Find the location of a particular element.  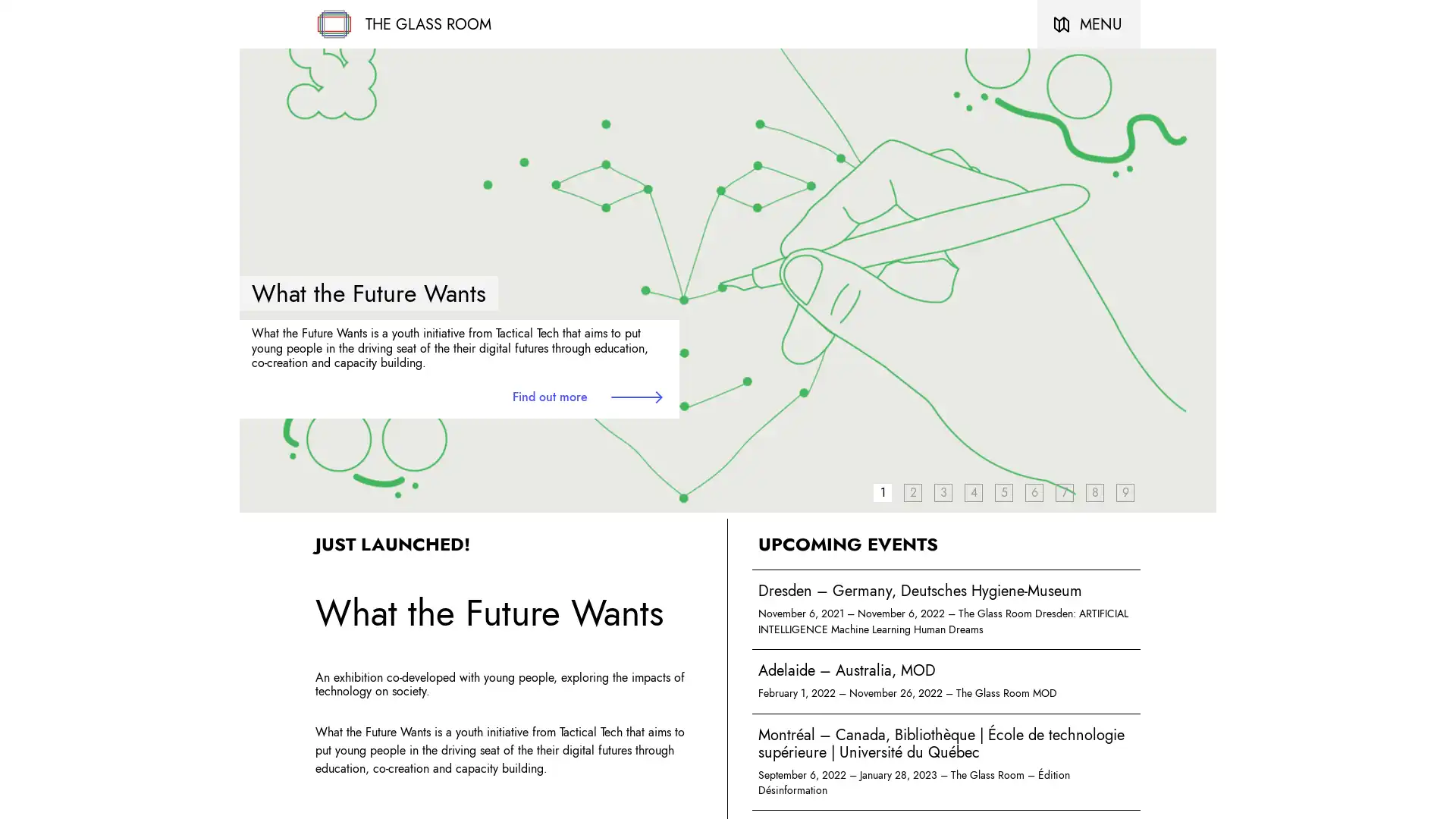

slide item 3 is located at coordinates (942, 491).